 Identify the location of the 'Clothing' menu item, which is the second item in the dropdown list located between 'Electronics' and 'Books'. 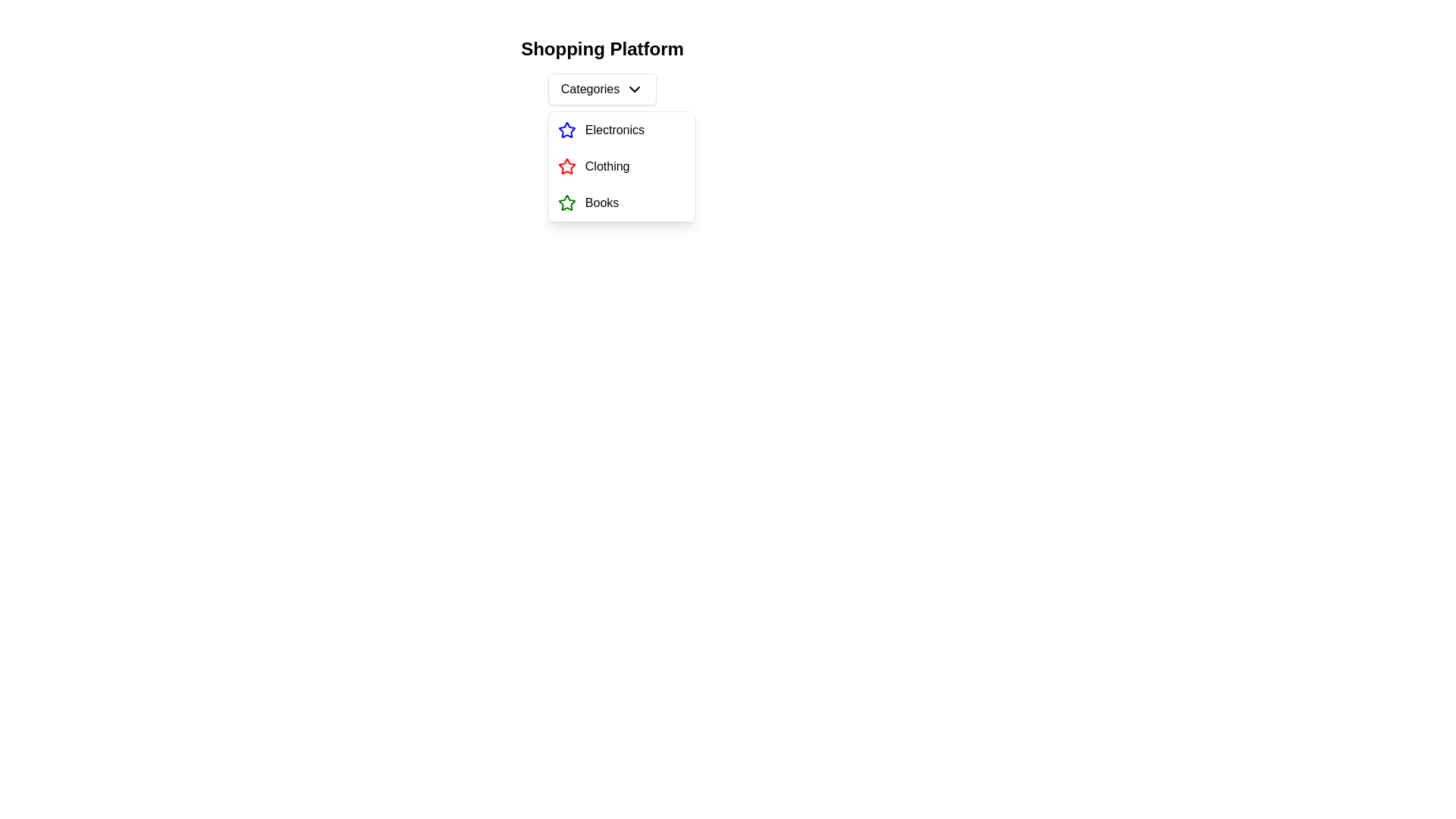
(621, 166).